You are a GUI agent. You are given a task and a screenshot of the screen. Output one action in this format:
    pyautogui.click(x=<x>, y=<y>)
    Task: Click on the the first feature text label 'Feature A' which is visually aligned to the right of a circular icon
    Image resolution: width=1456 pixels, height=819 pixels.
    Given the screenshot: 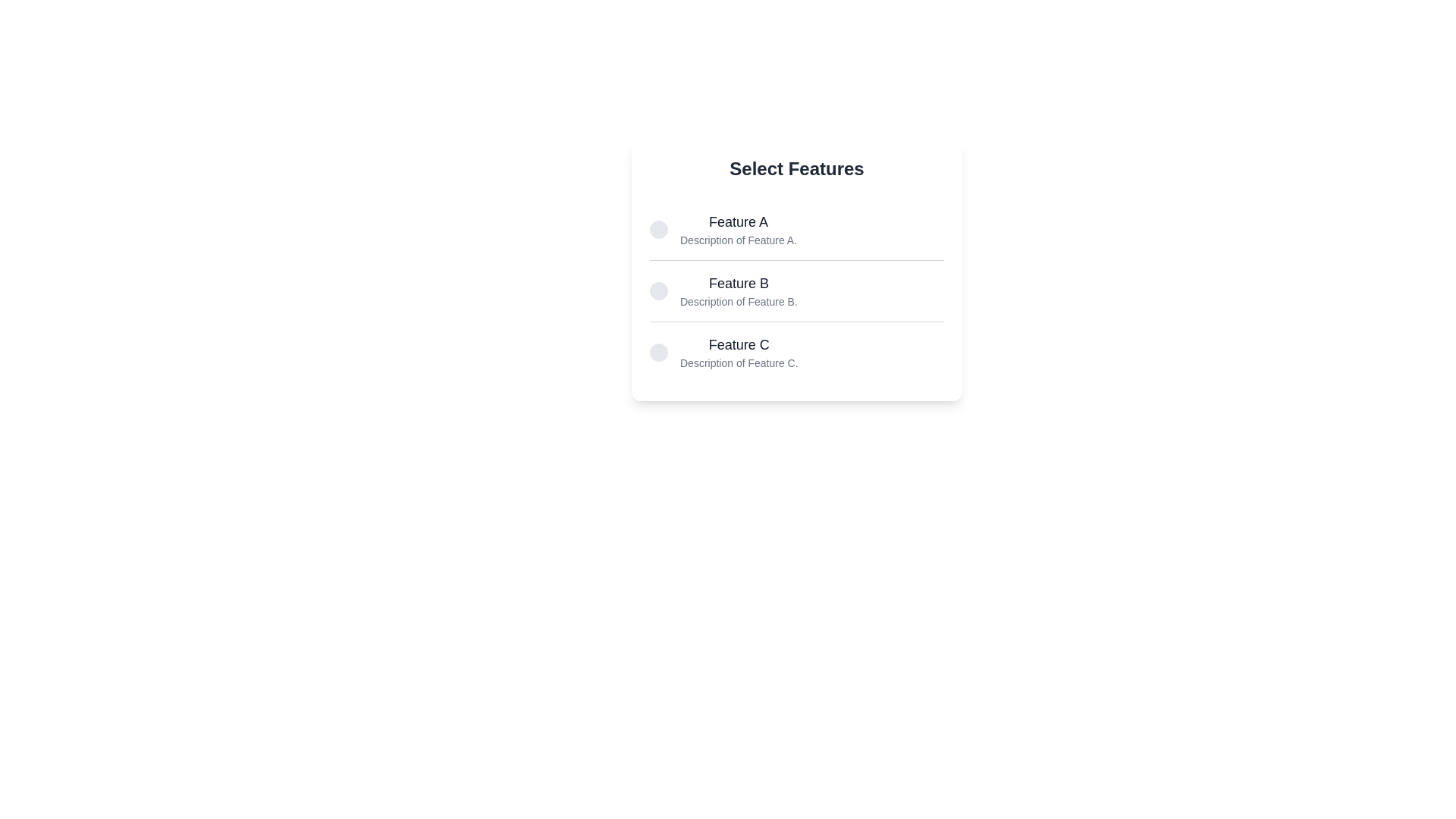 What is the action you would take?
    pyautogui.click(x=739, y=230)
    